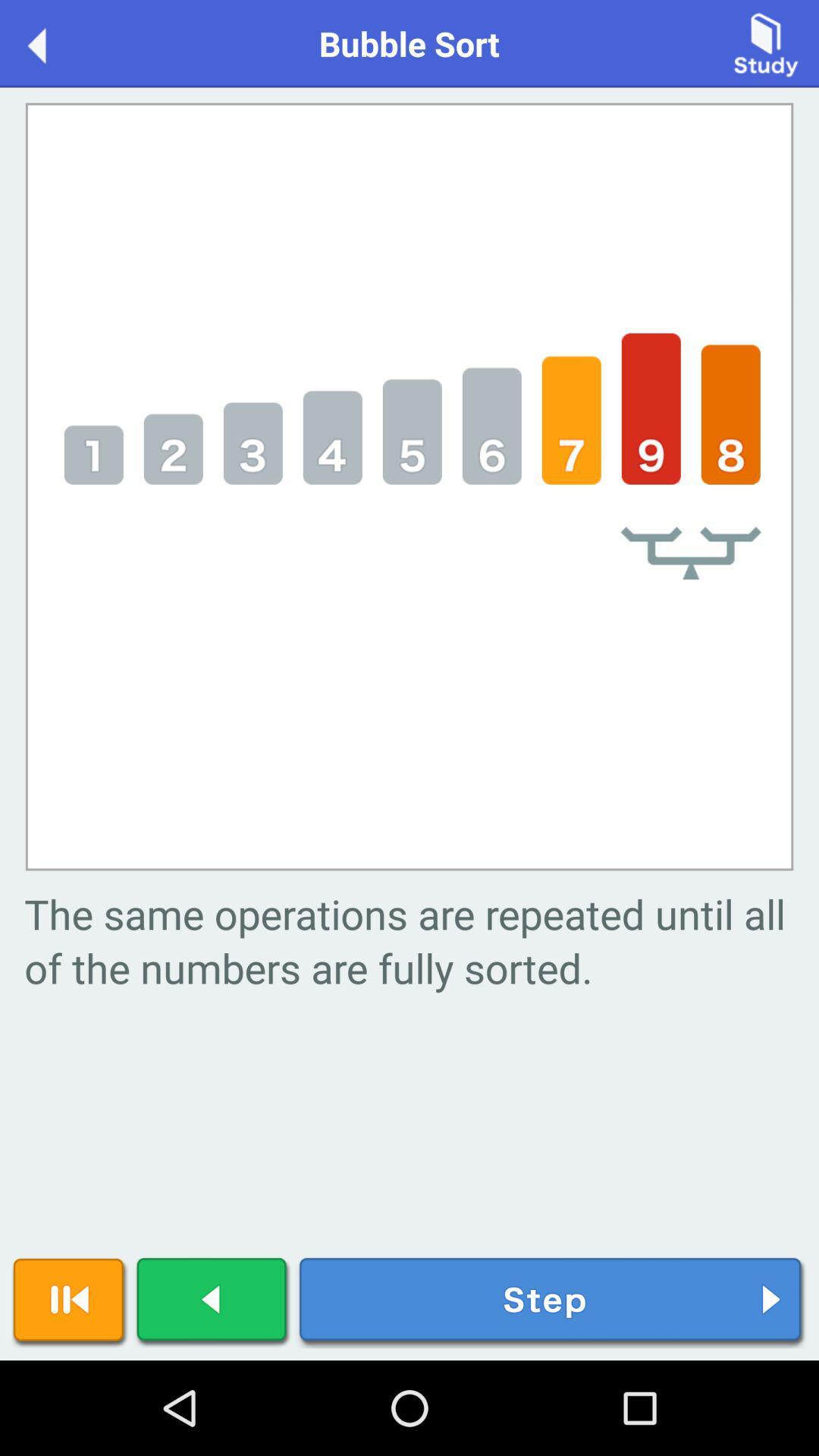 This screenshot has width=819, height=1456. I want to click on rewind, so click(70, 1302).